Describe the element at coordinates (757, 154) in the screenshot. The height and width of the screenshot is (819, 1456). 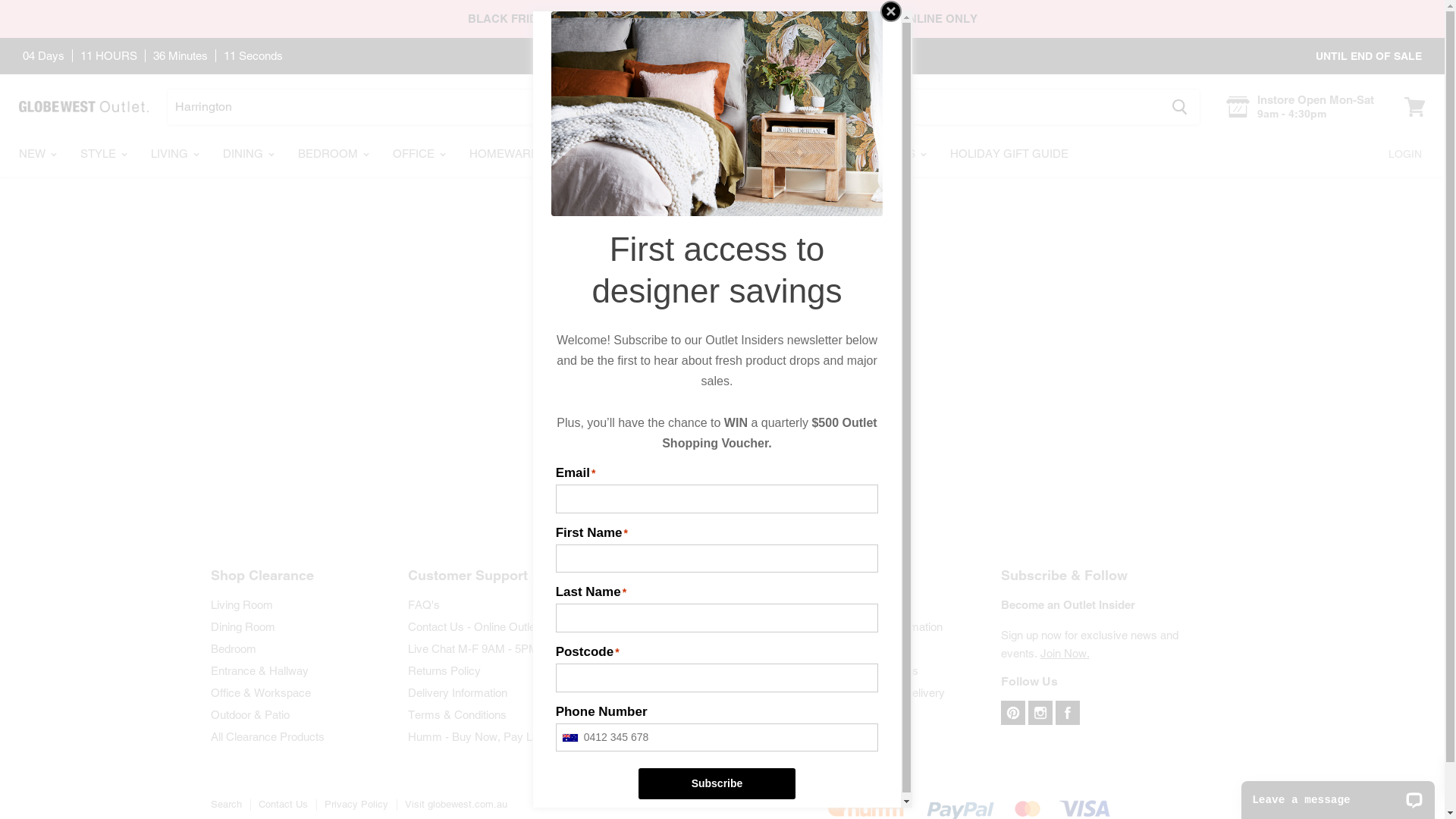
I see `'OFFERS'` at that location.